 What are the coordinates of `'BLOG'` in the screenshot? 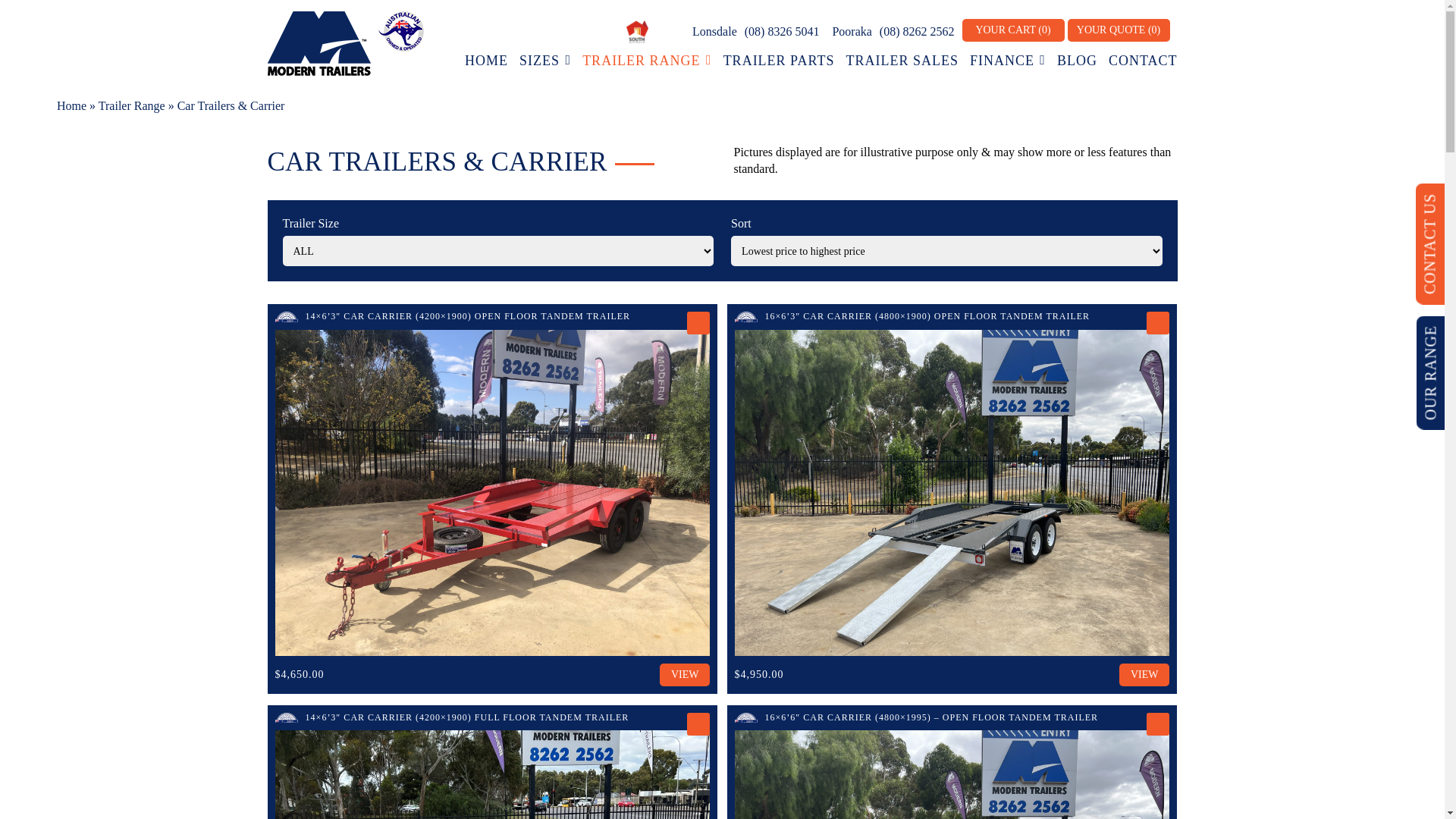 It's located at (1076, 60).